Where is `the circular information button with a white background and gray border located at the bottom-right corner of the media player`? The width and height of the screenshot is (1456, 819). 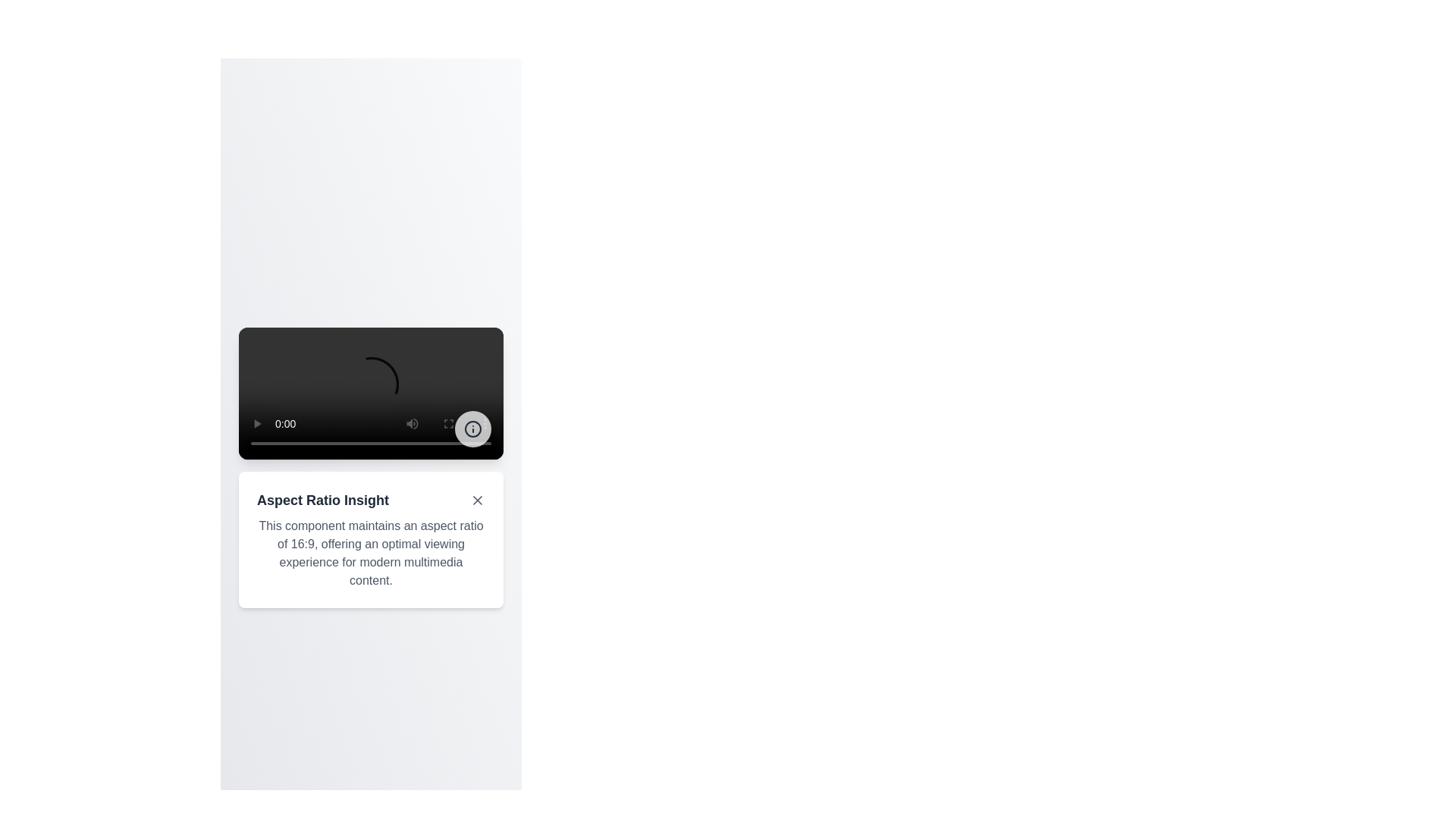 the circular information button with a white background and gray border located at the bottom-right corner of the media player is located at coordinates (472, 429).